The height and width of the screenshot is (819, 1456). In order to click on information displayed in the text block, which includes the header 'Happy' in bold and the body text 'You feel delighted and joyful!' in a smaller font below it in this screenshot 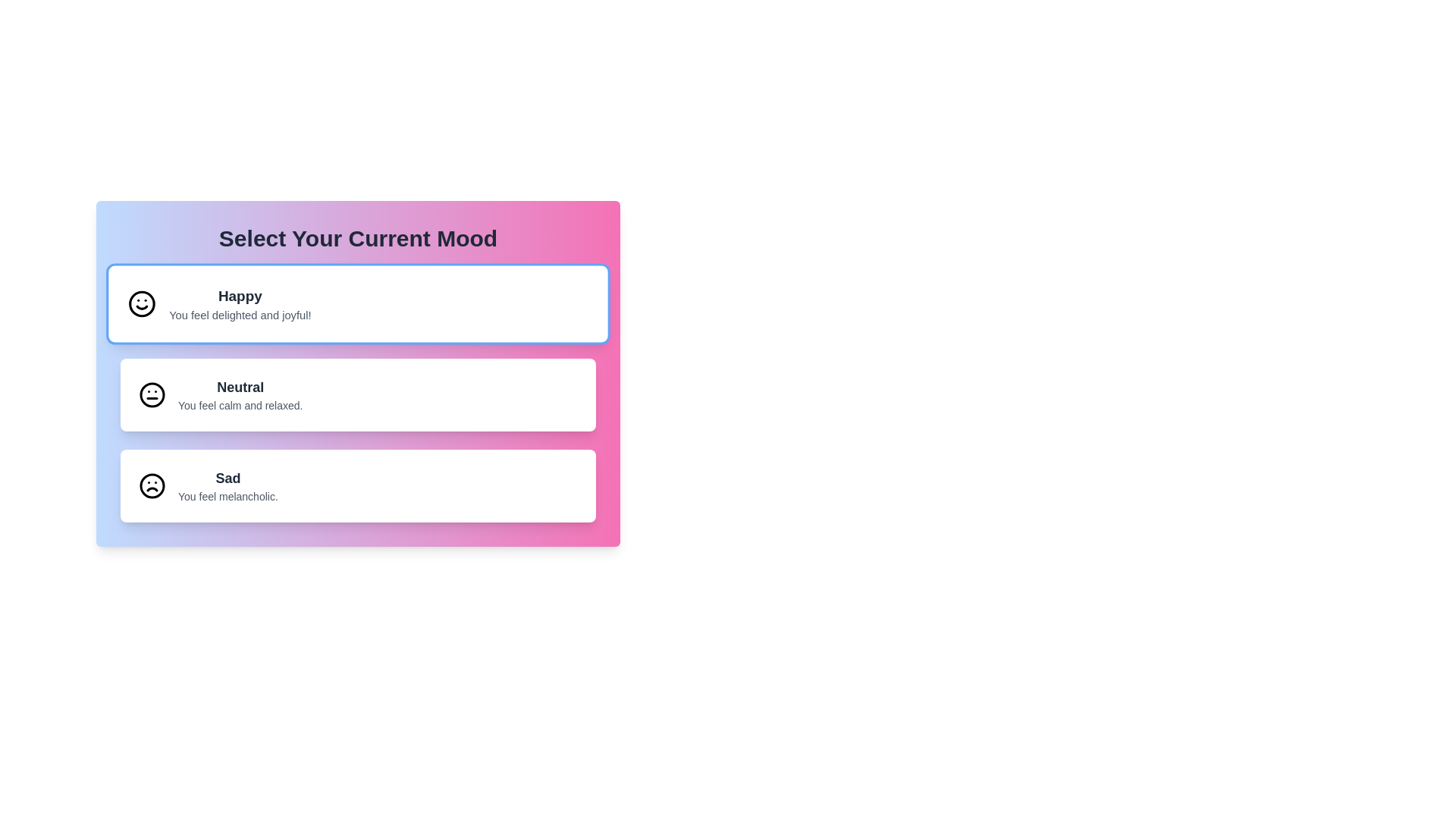, I will do `click(239, 304)`.